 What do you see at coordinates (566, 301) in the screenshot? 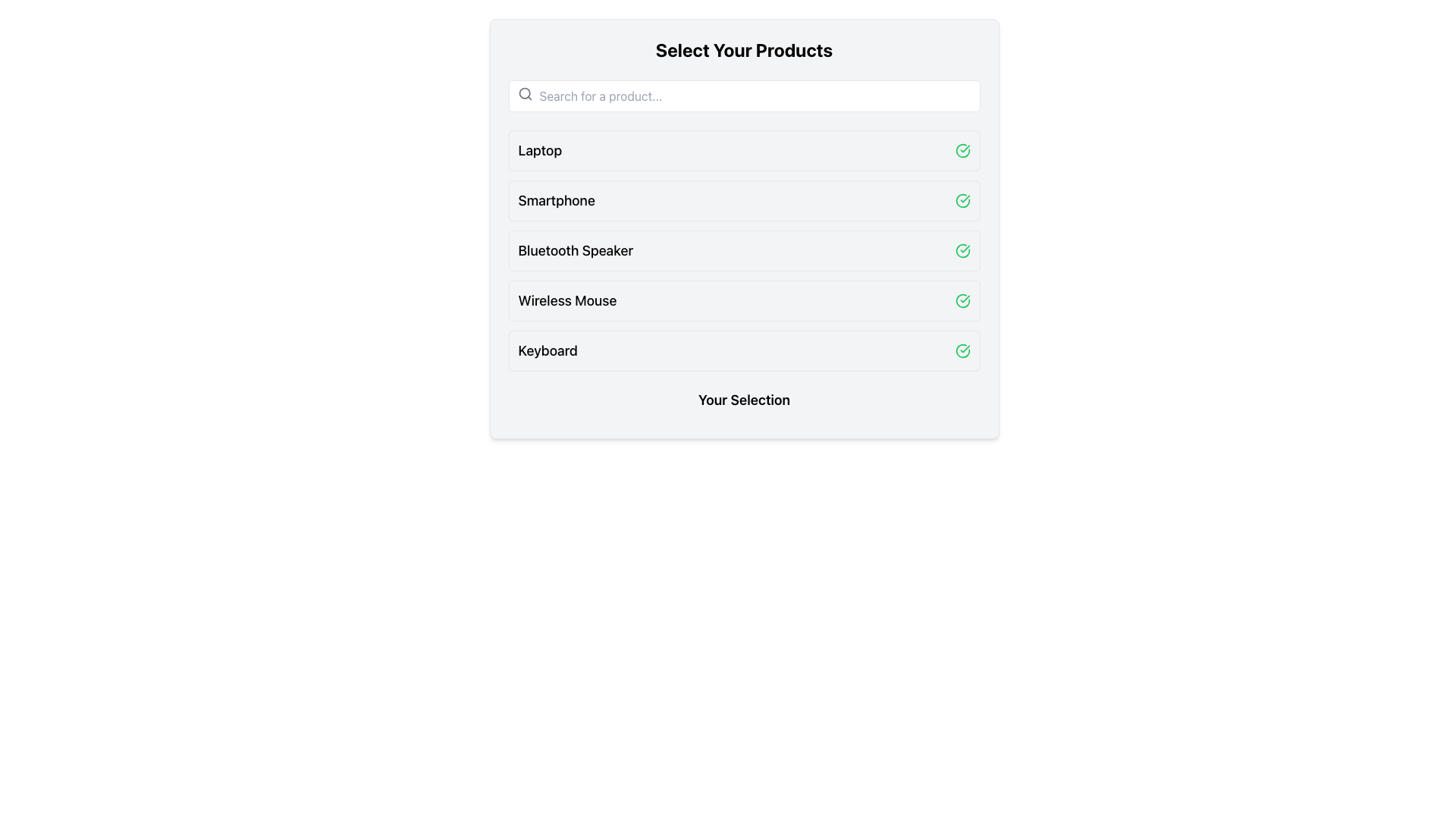
I see `the text label reading 'Wireless Mouse'` at bounding box center [566, 301].